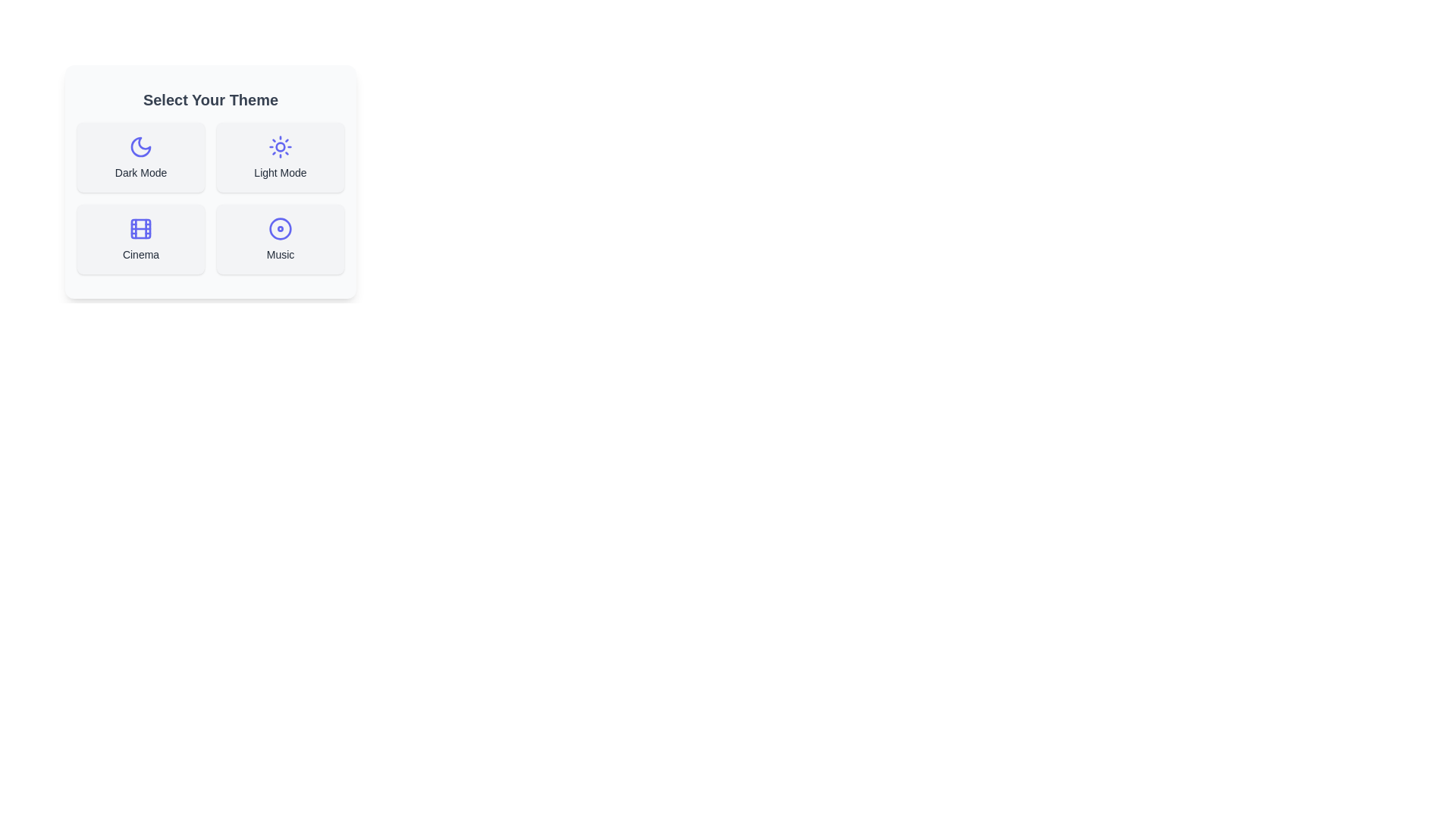 This screenshot has width=1456, height=819. Describe the element at coordinates (280, 228) in the screenshot. I see `the circular graphic element styled in blue, which is part of the music-themed icon in the grid layout` at that location.